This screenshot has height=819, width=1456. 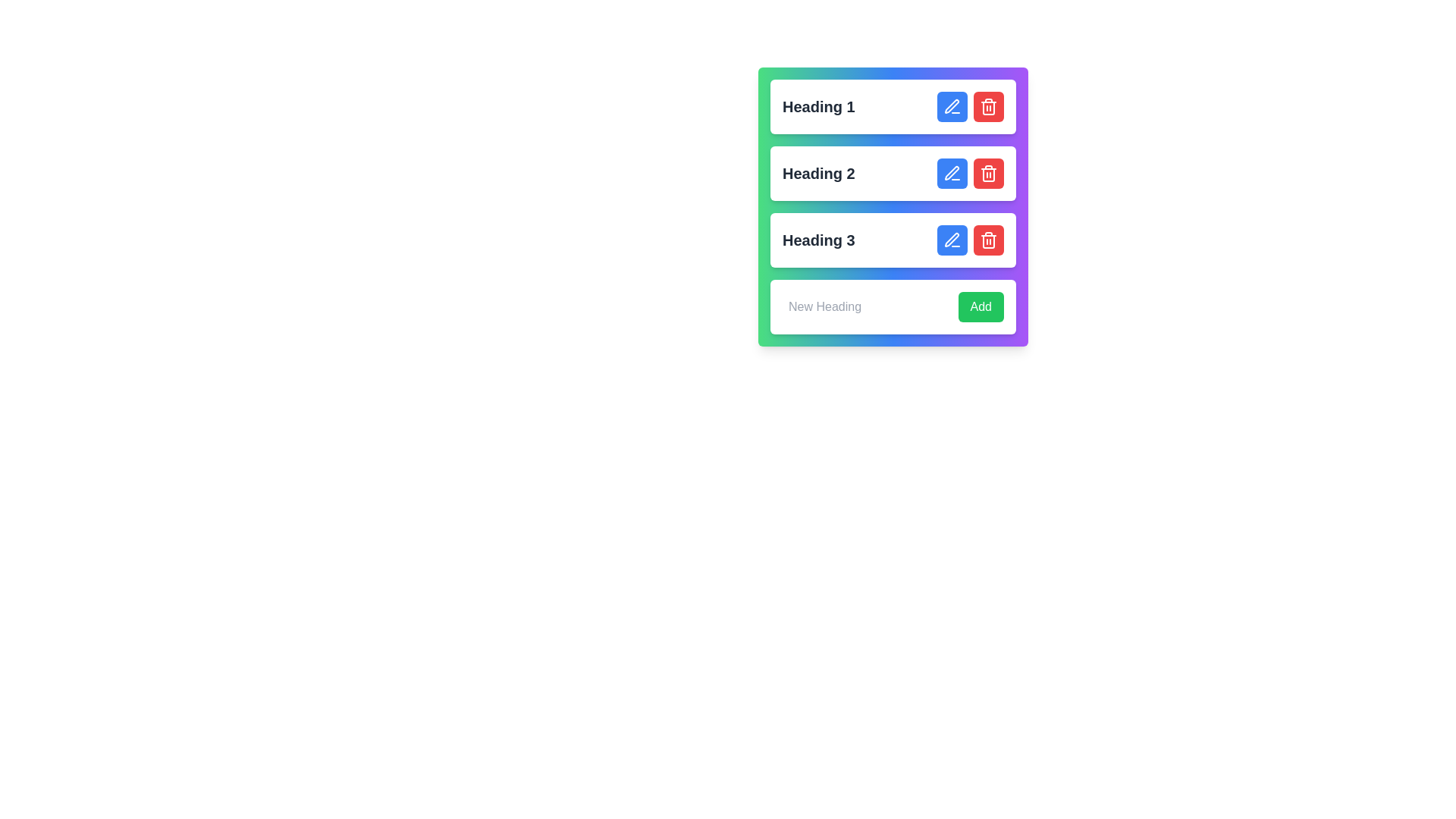 What do you see at coordinates (952, 106) in the screenshot?
I see `the edit button located in the first row of the list, situated to the immediate left of the red trash bin button` at bounding box center [952, 106].